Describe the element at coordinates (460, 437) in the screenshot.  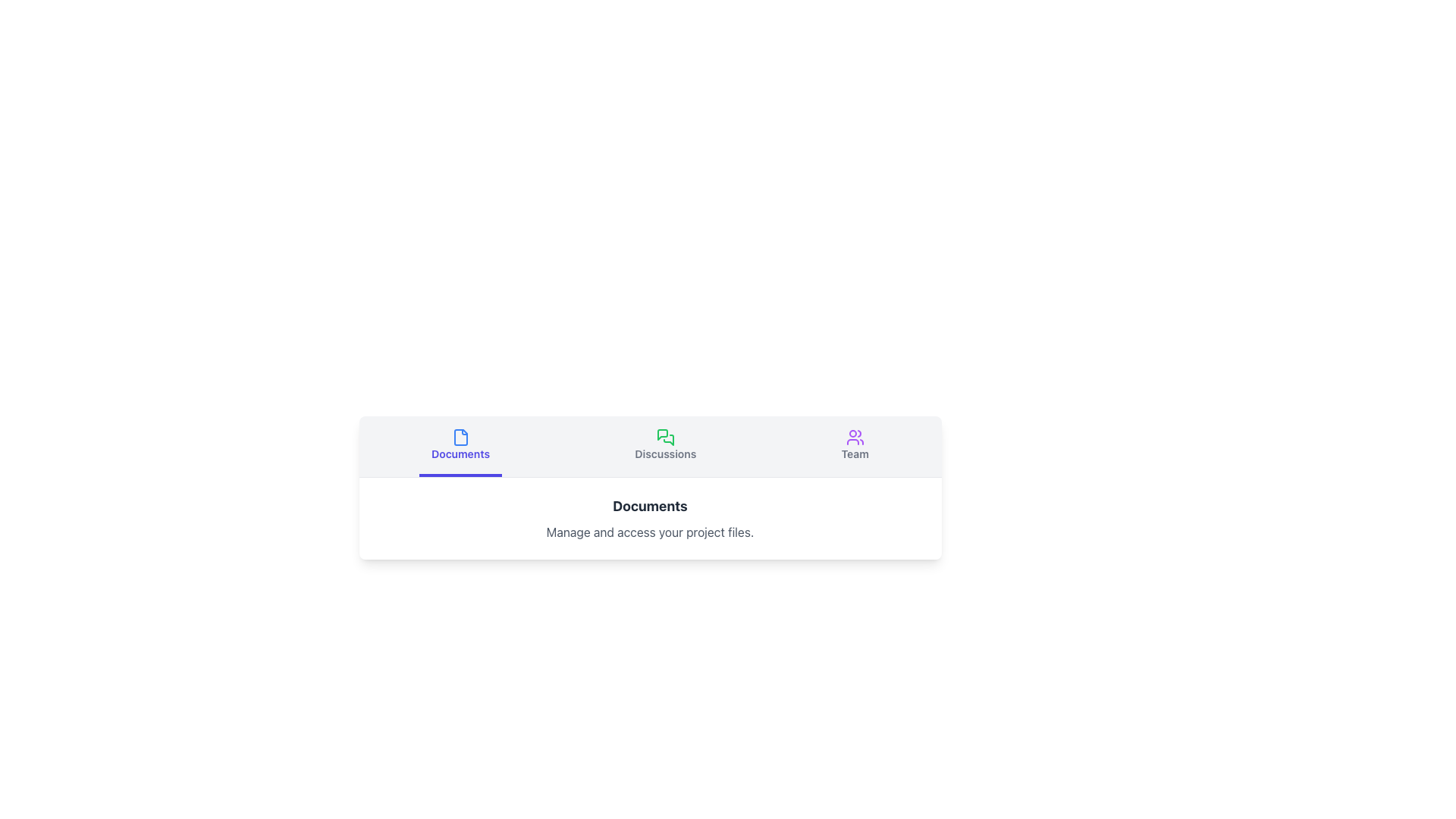
I see `the rectangular document-like icon with a blue outline, located above the 'Documents' text and to the left of the 'Discussions' and 'Team' icons in the horizontal tab group` at that location.